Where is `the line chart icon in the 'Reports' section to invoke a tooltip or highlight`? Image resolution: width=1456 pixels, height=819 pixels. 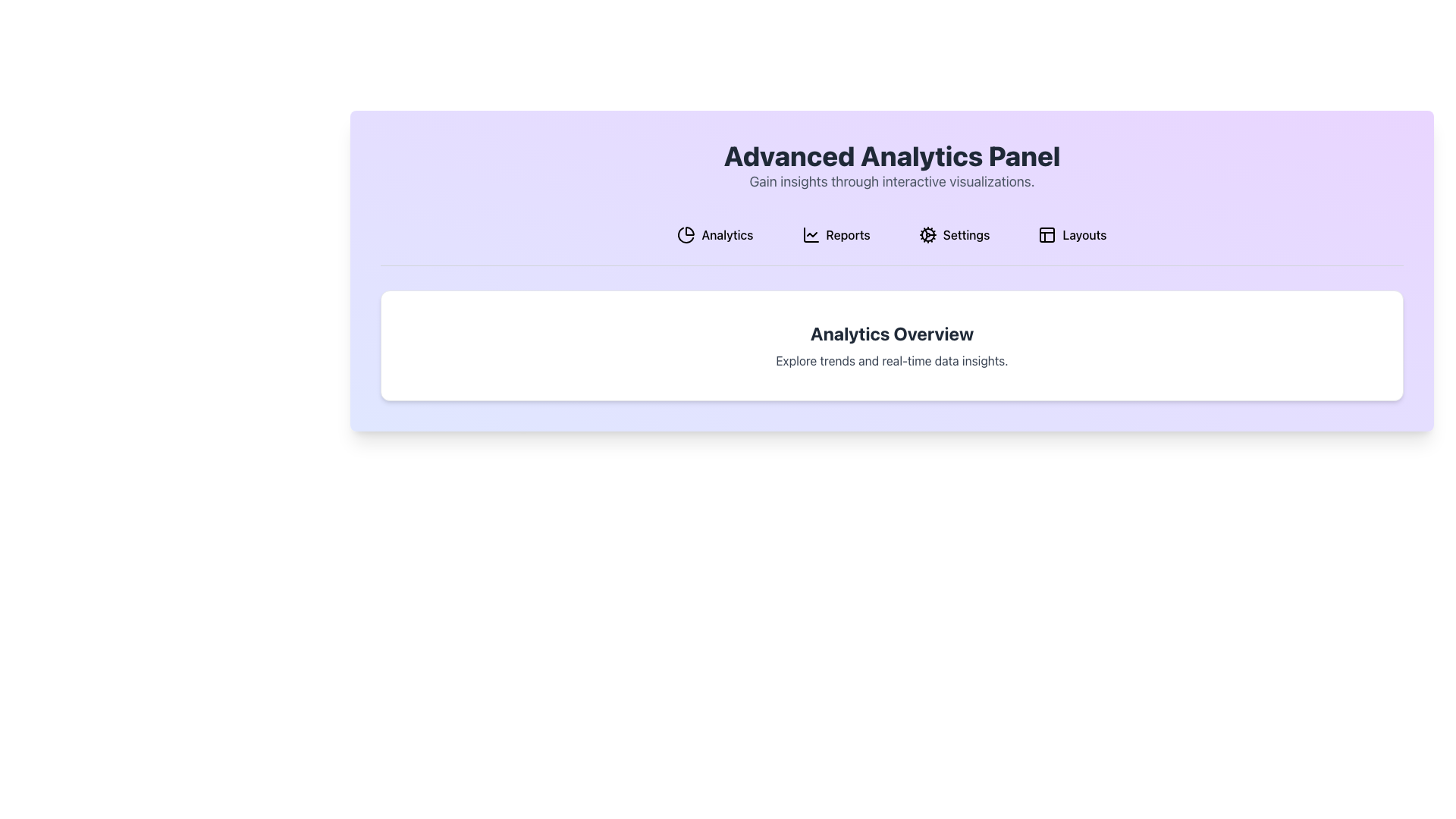
the line chart icon in the 'Reports' section to invoke a tooltip or highlight is located at coordinates (810, 234).